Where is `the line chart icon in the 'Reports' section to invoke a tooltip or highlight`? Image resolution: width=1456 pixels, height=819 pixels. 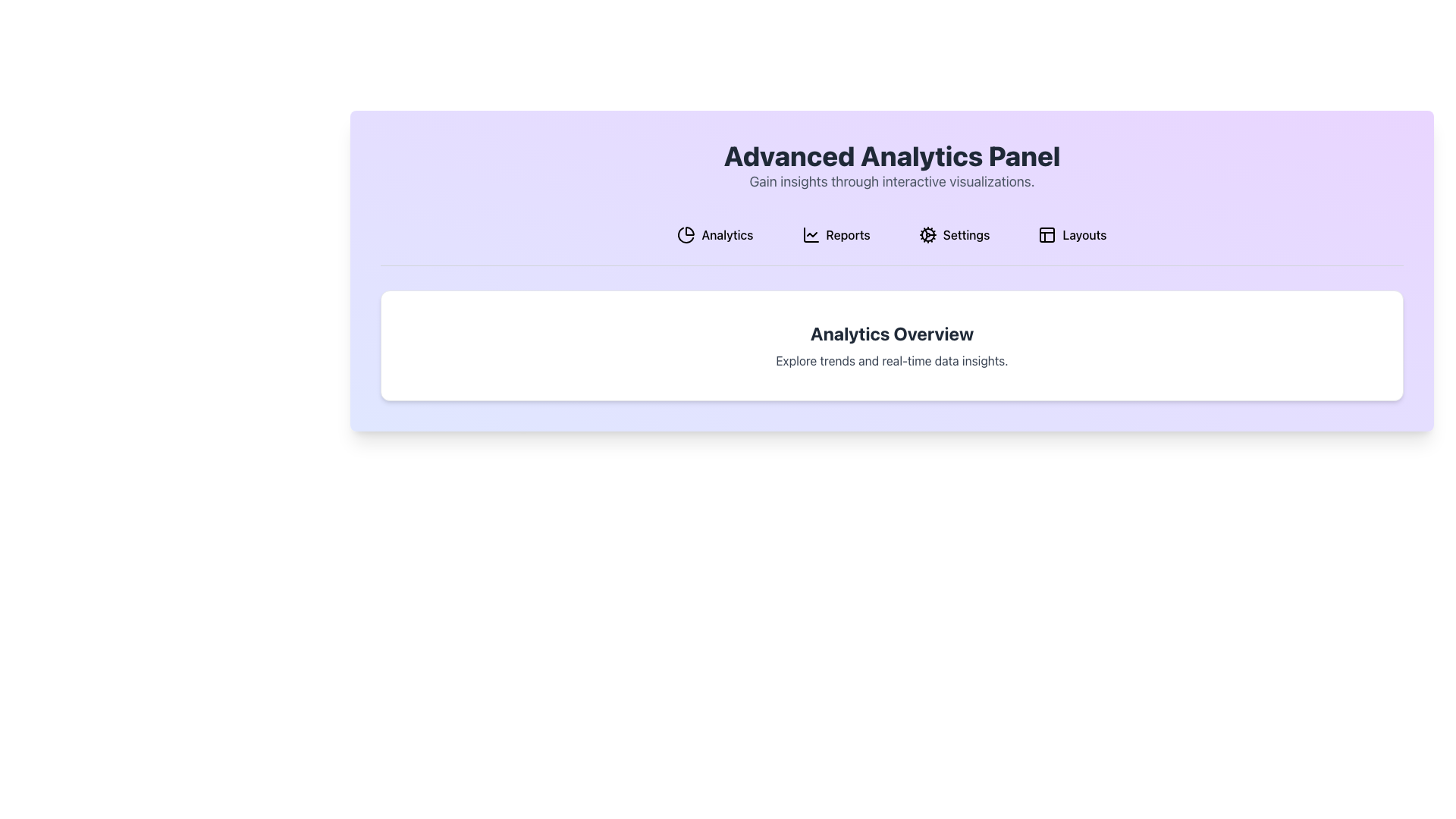
the line chart icon in the 'Reports' section to invoke a tooltip or highlight is located at coordinates (810, 234).